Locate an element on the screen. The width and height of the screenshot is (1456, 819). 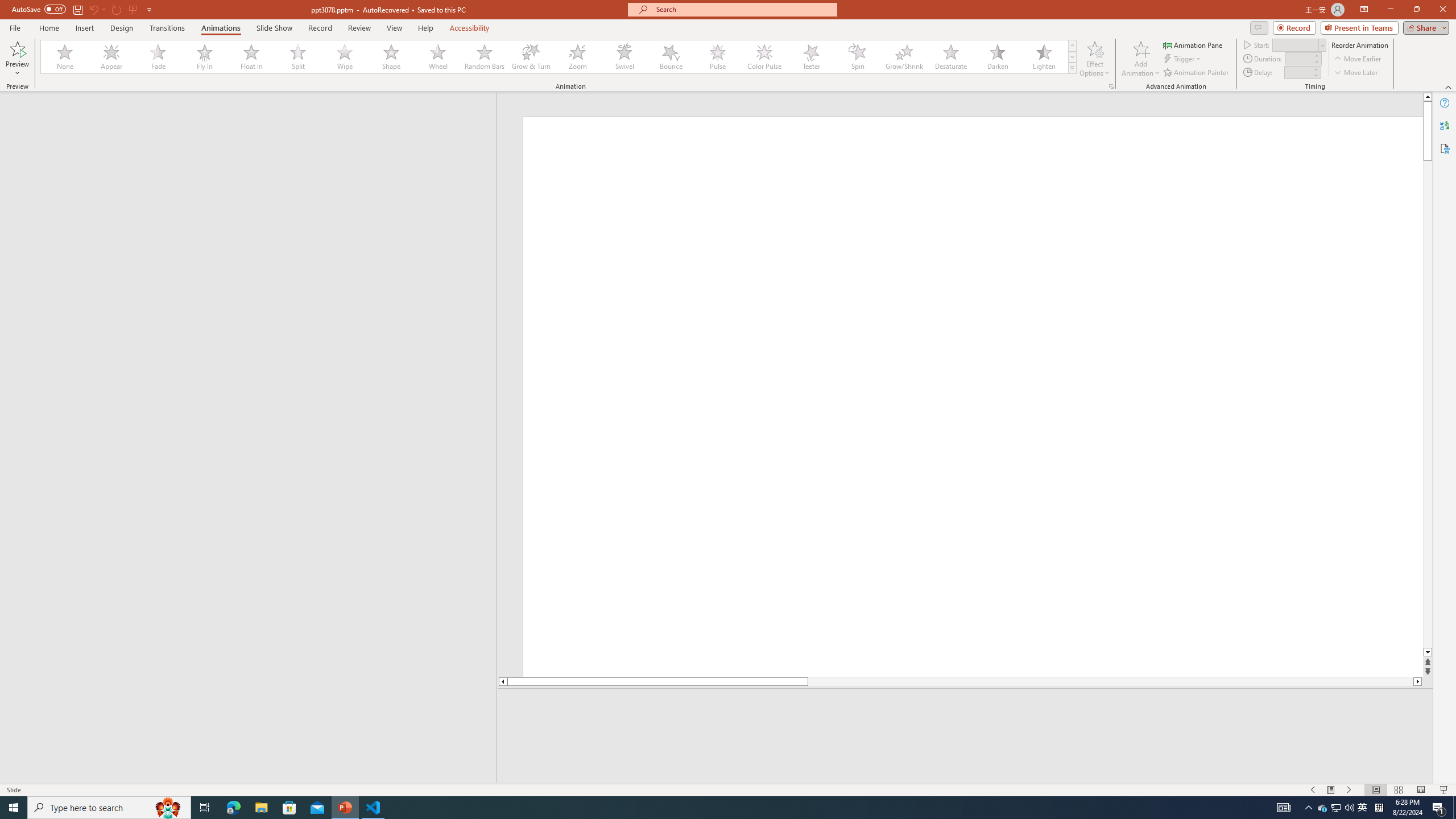
'Spin' is located at coordinates (857, 56).